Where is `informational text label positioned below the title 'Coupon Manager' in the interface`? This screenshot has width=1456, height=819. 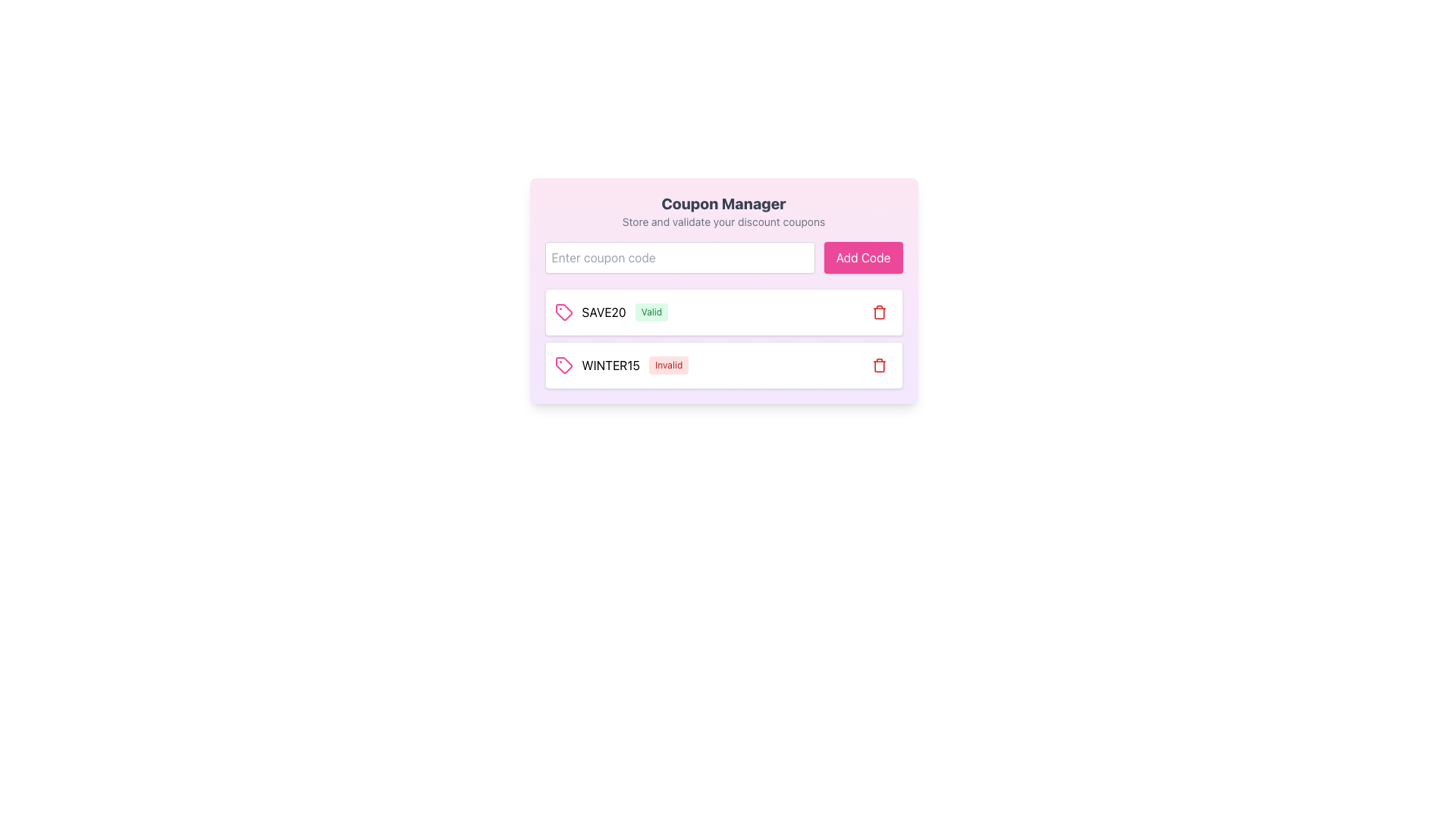
informational text label positioned below the title 'Coupon Manager' in the interface is located at coordinates (723, 222).